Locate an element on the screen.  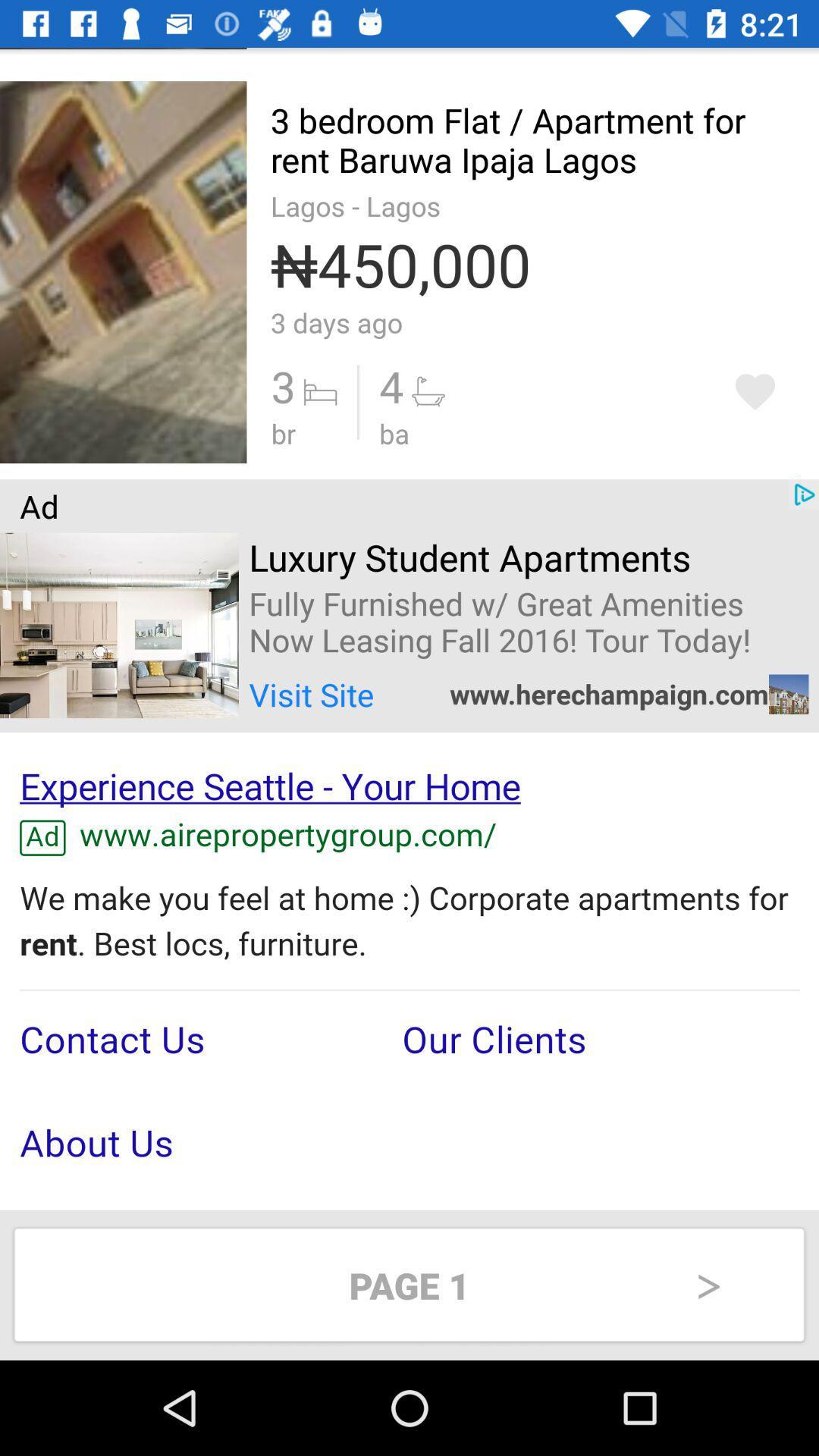
the text visit site is located at coordinates (311, 693).